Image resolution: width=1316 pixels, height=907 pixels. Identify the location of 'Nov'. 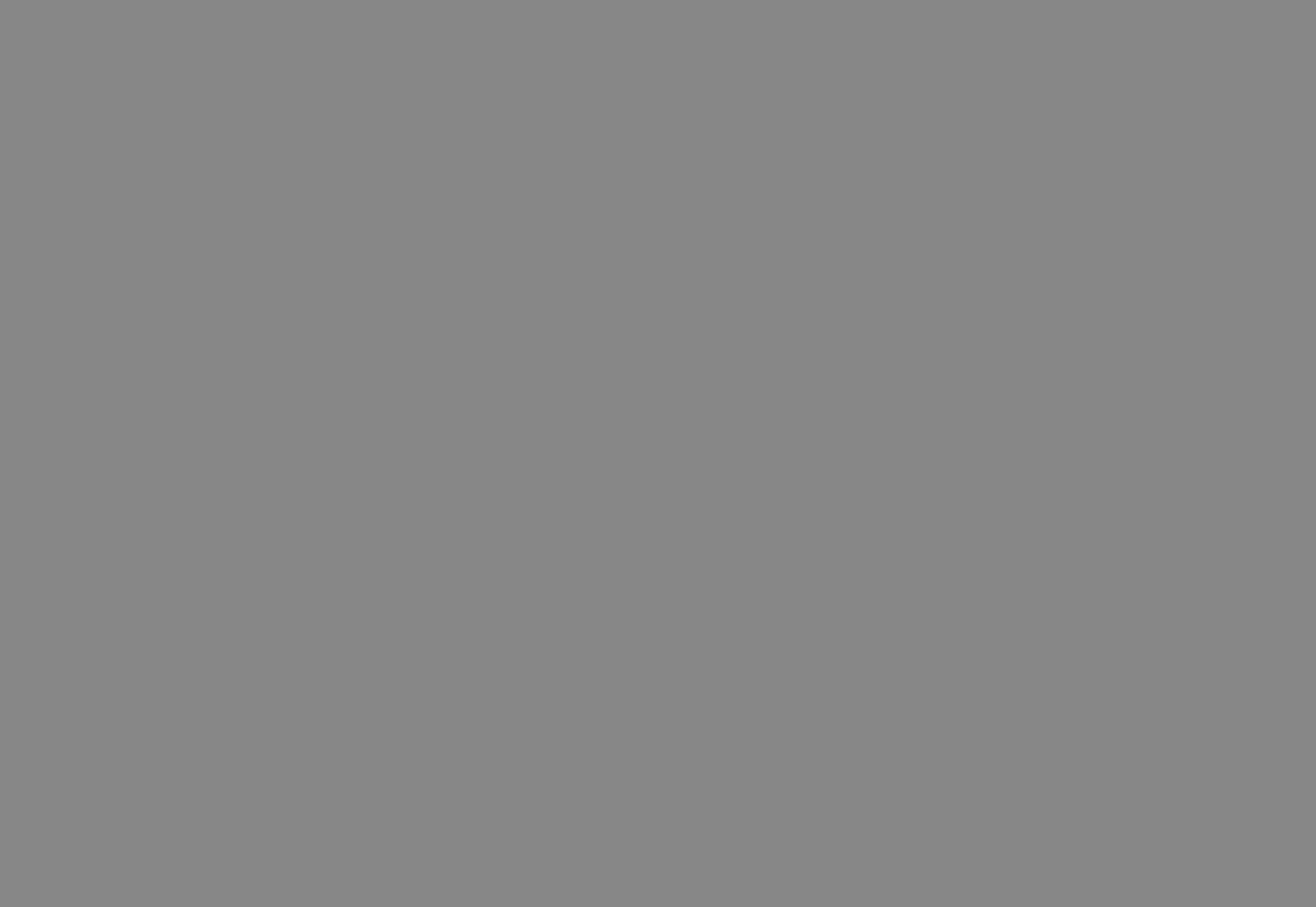
(158, 824).